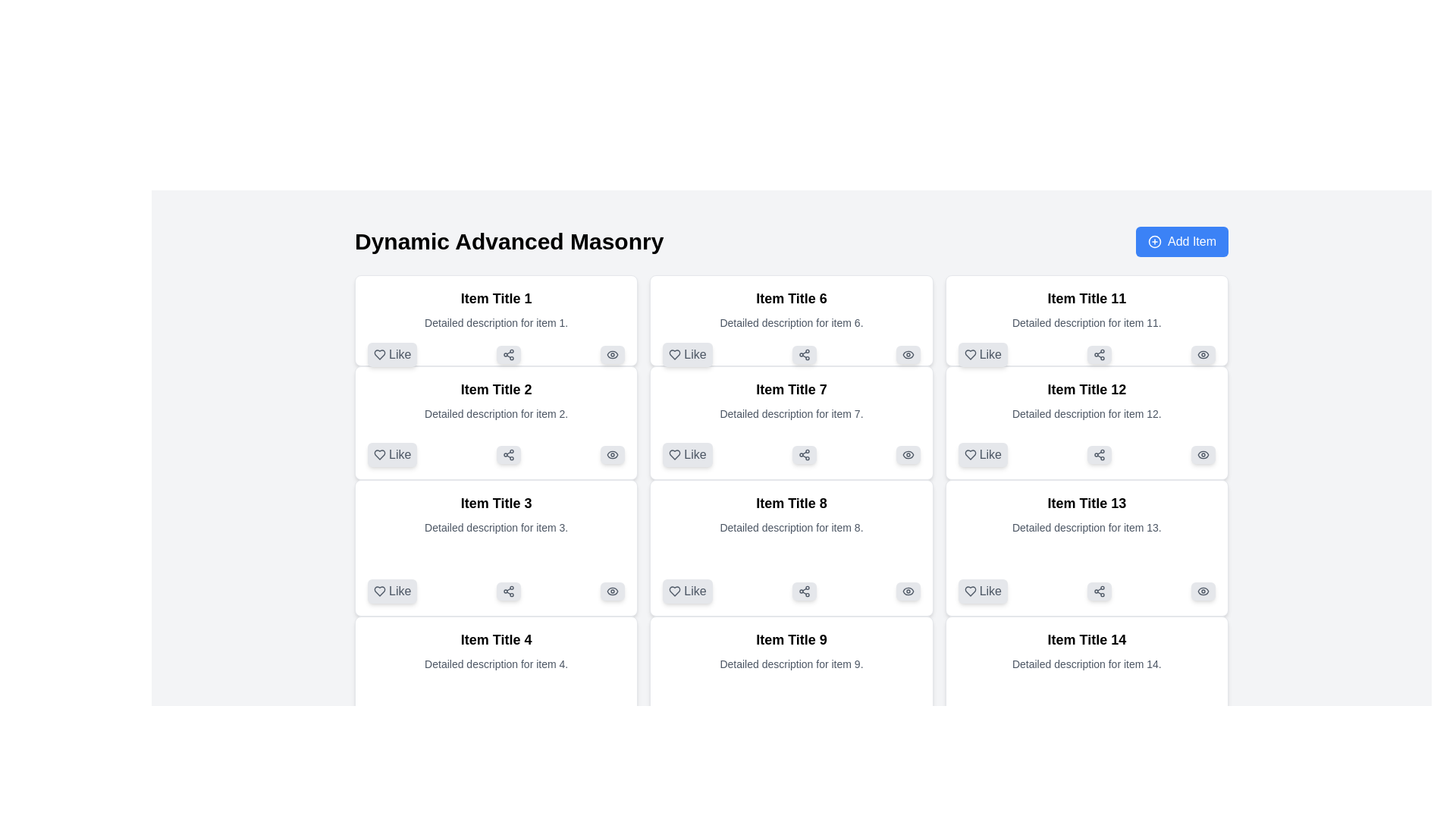  What do you see at coordinates (803, 454) in the screenshot?
I see `the 'Share' button located within the card titled 'Item Title 7', positioned near the bottom, to the right of the 'Like' button and to the left of a visibility-related icon` at bounding box center [803, 454].